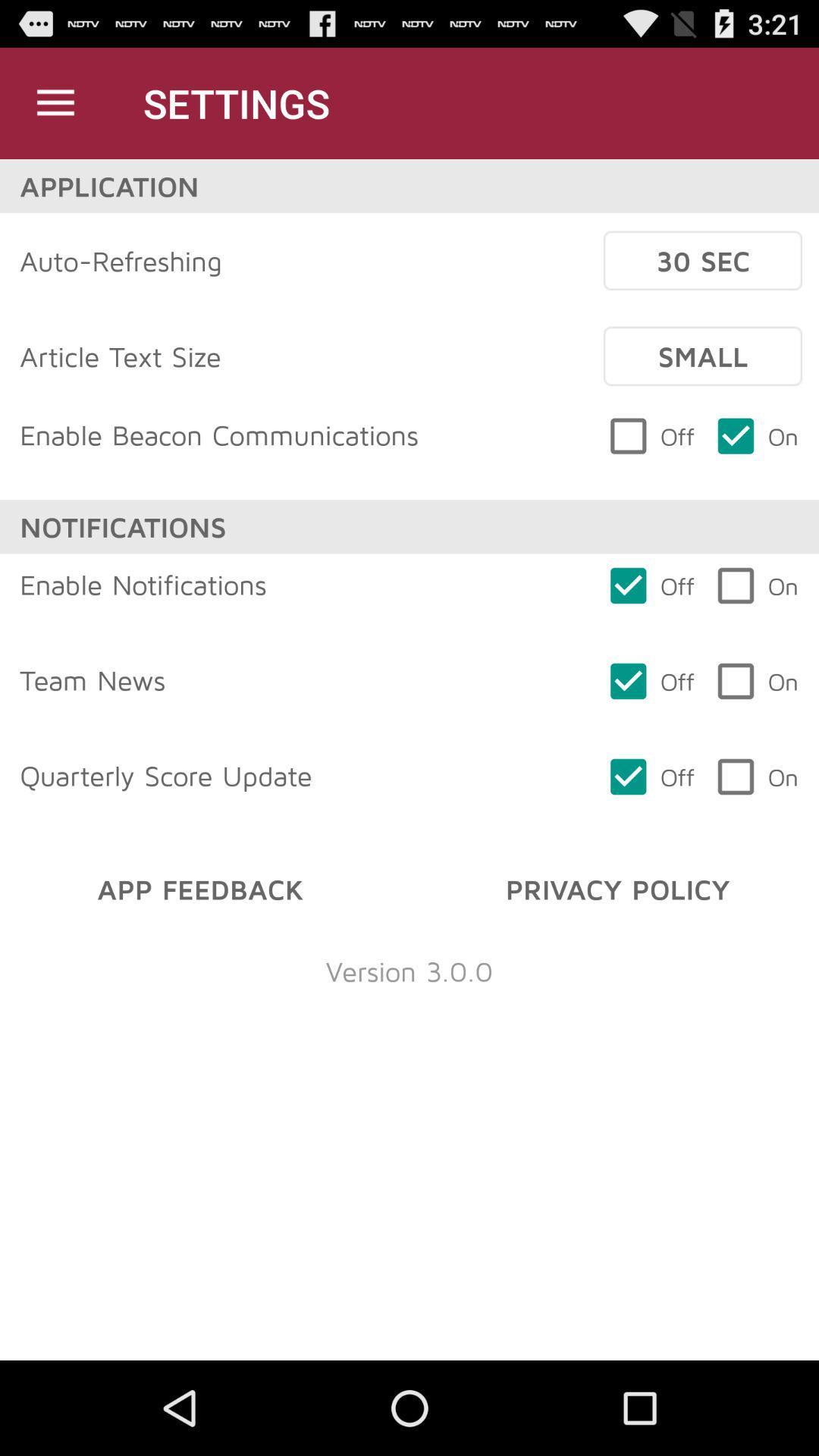 Image resolution: width=819 pixels, height=1456 pixels. Describe the element at coordinates (55, 102) in the screenshot. I see `app to the left of settings` at that location.